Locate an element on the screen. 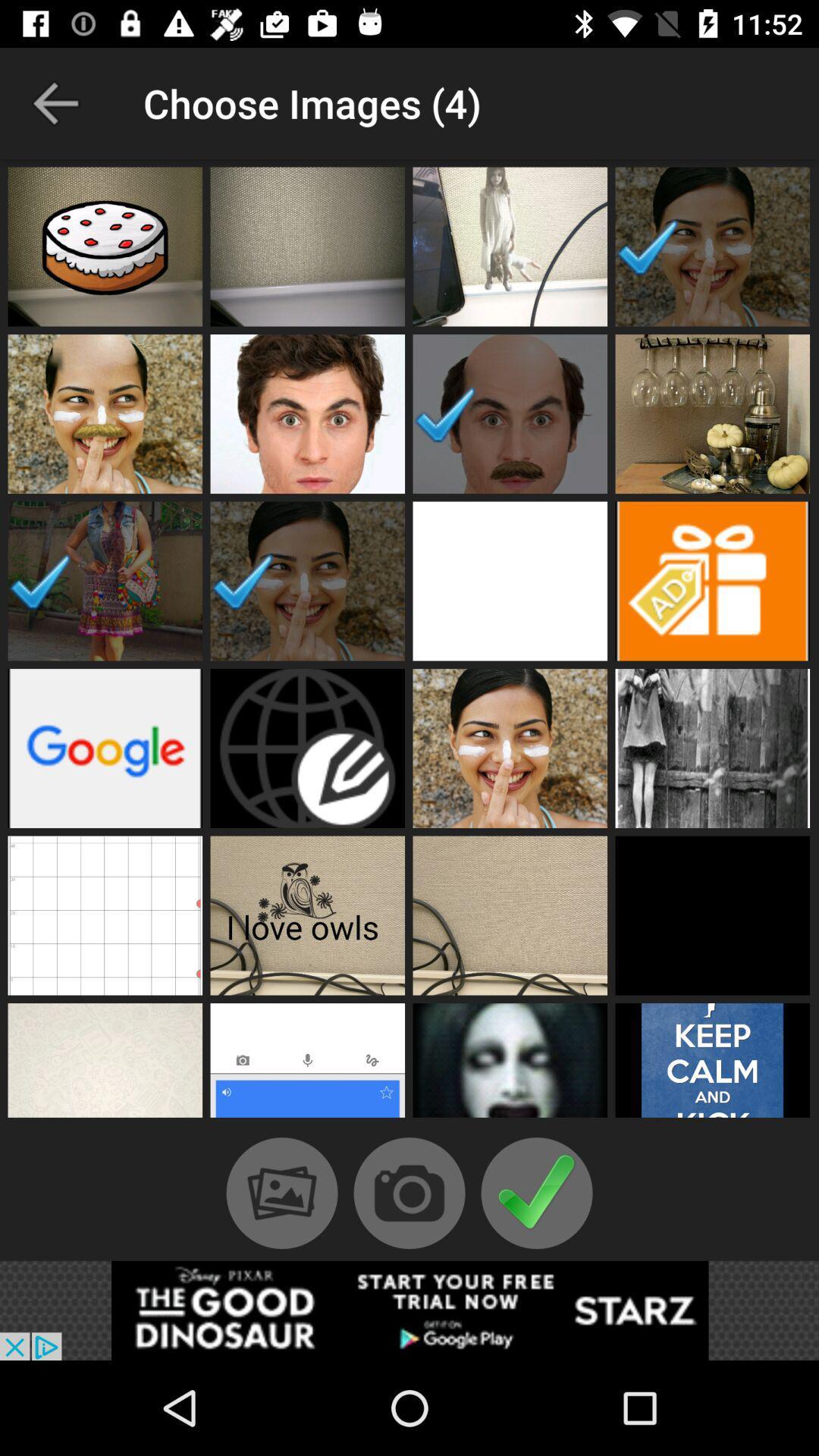  this photo is located at coordinates (307, 246).